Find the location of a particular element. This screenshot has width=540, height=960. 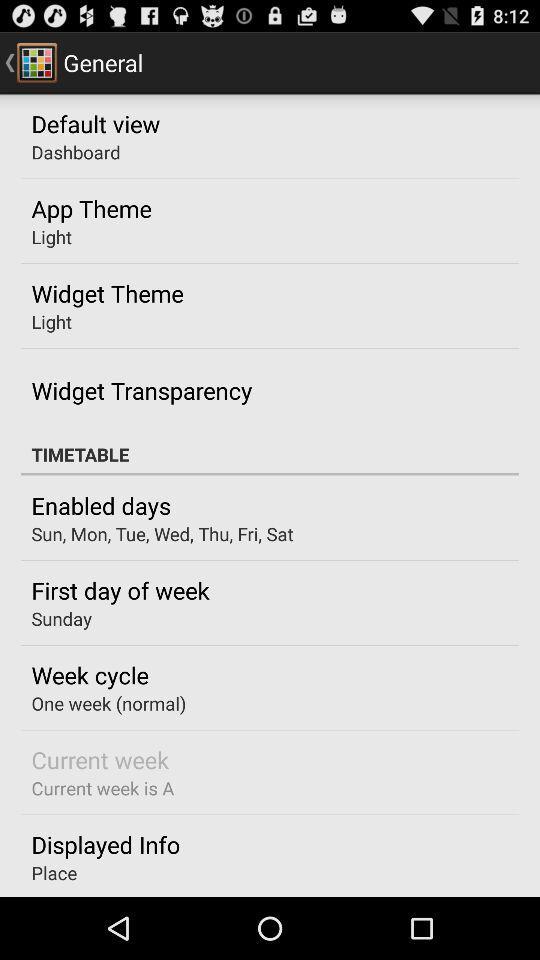

item below light is located at coordinates (107, 292).